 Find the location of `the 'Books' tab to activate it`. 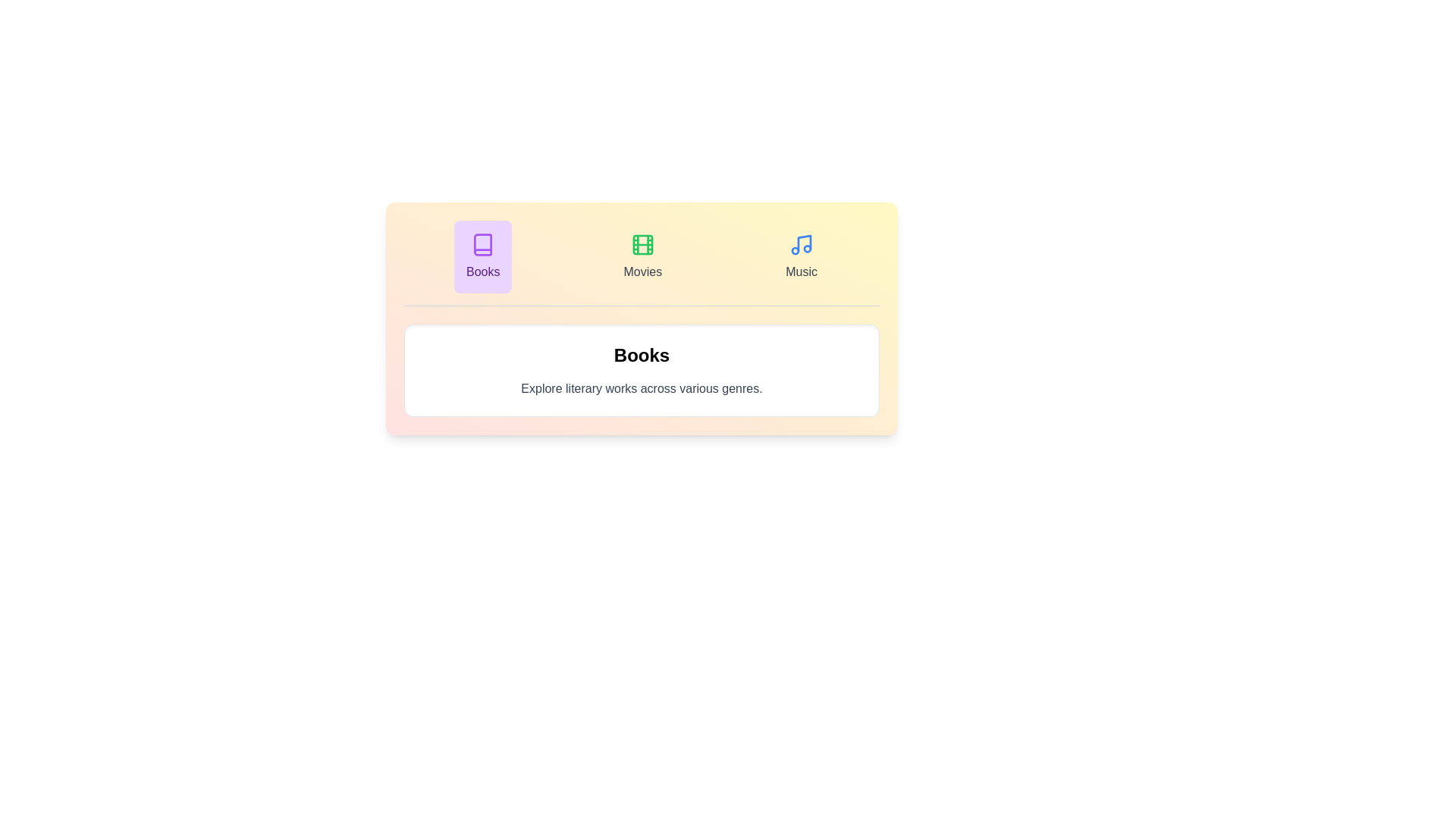

the 'Books' tab to activate it is located at coordinates (482, 256).